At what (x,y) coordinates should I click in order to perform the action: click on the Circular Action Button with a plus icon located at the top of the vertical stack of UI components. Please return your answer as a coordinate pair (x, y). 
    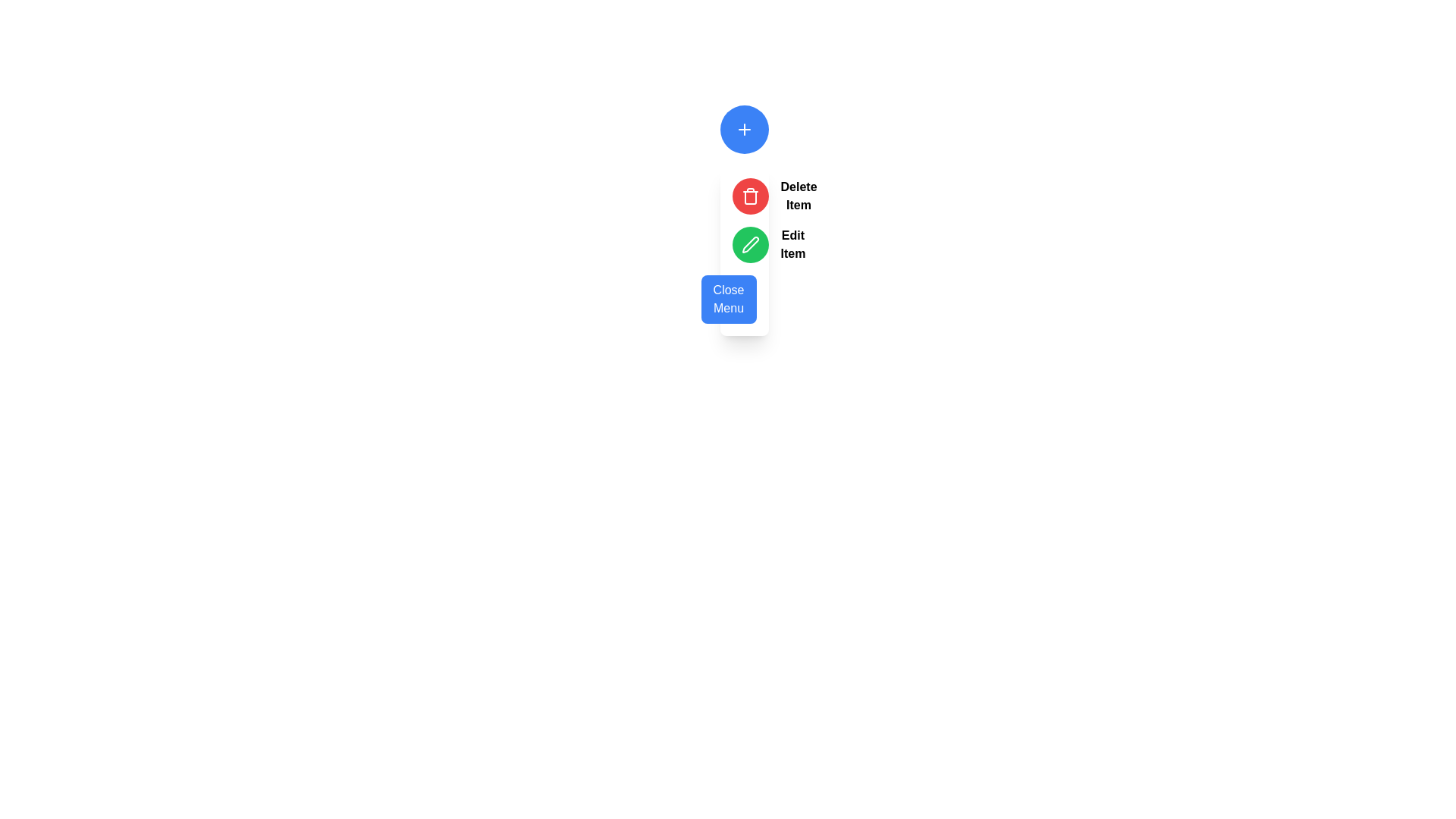
    Looking at the image, I should click on (744, 128).